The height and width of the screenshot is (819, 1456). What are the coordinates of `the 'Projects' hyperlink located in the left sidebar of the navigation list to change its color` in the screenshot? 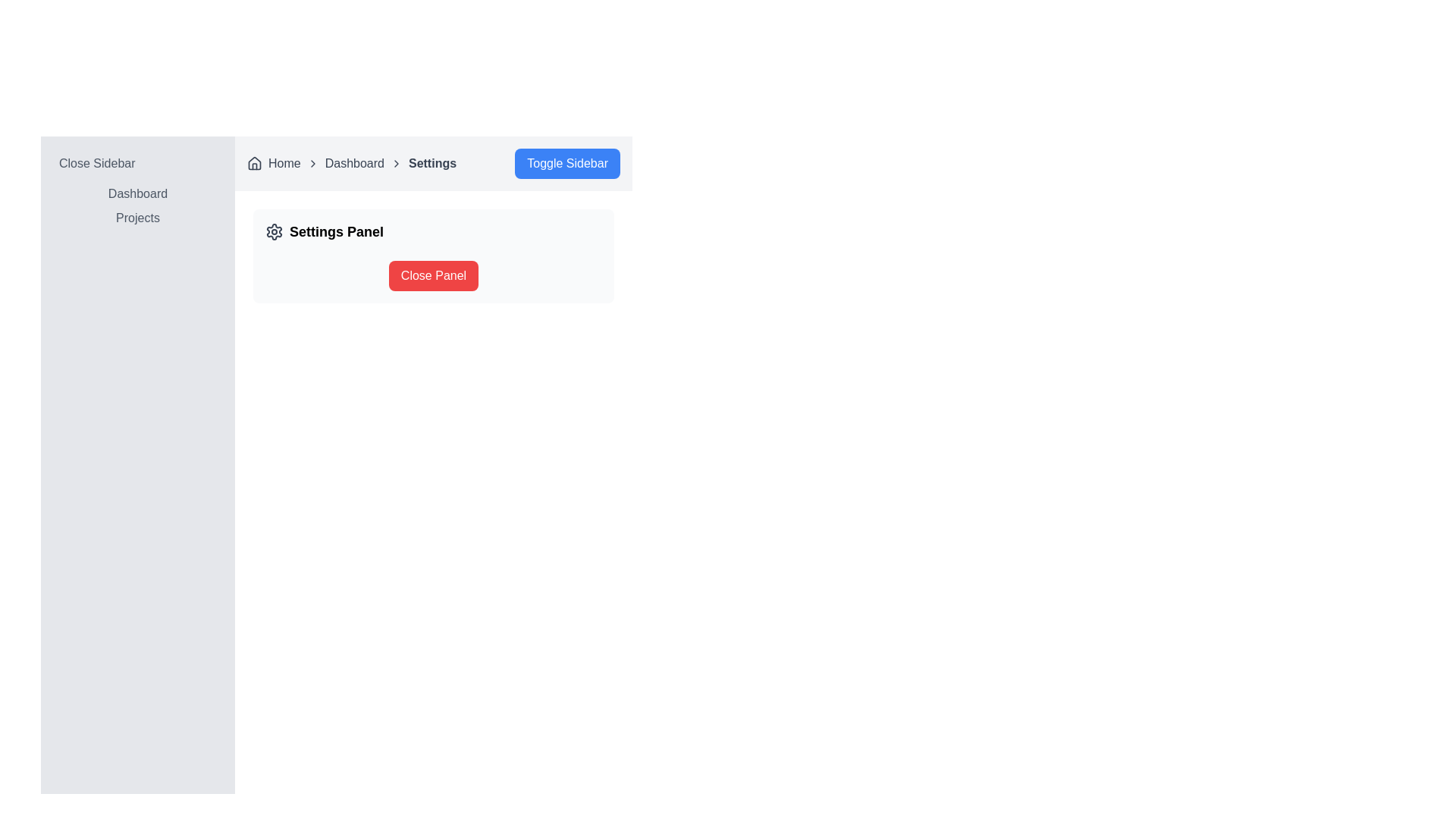 It's located at (138, 218).